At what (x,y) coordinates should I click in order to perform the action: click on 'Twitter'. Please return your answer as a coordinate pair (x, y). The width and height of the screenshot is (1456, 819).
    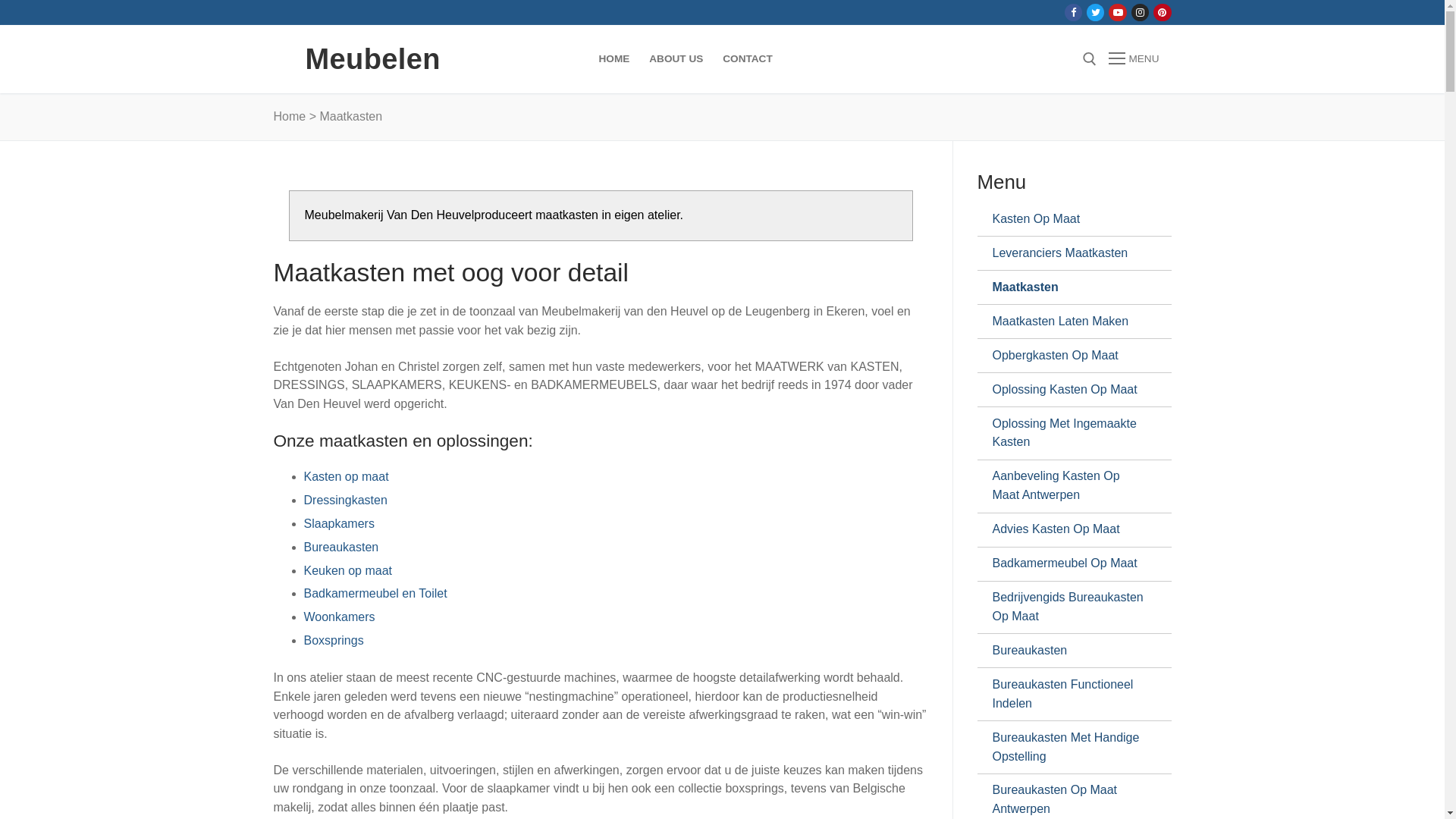
    Looking at the image, I should click on (1095, 12).